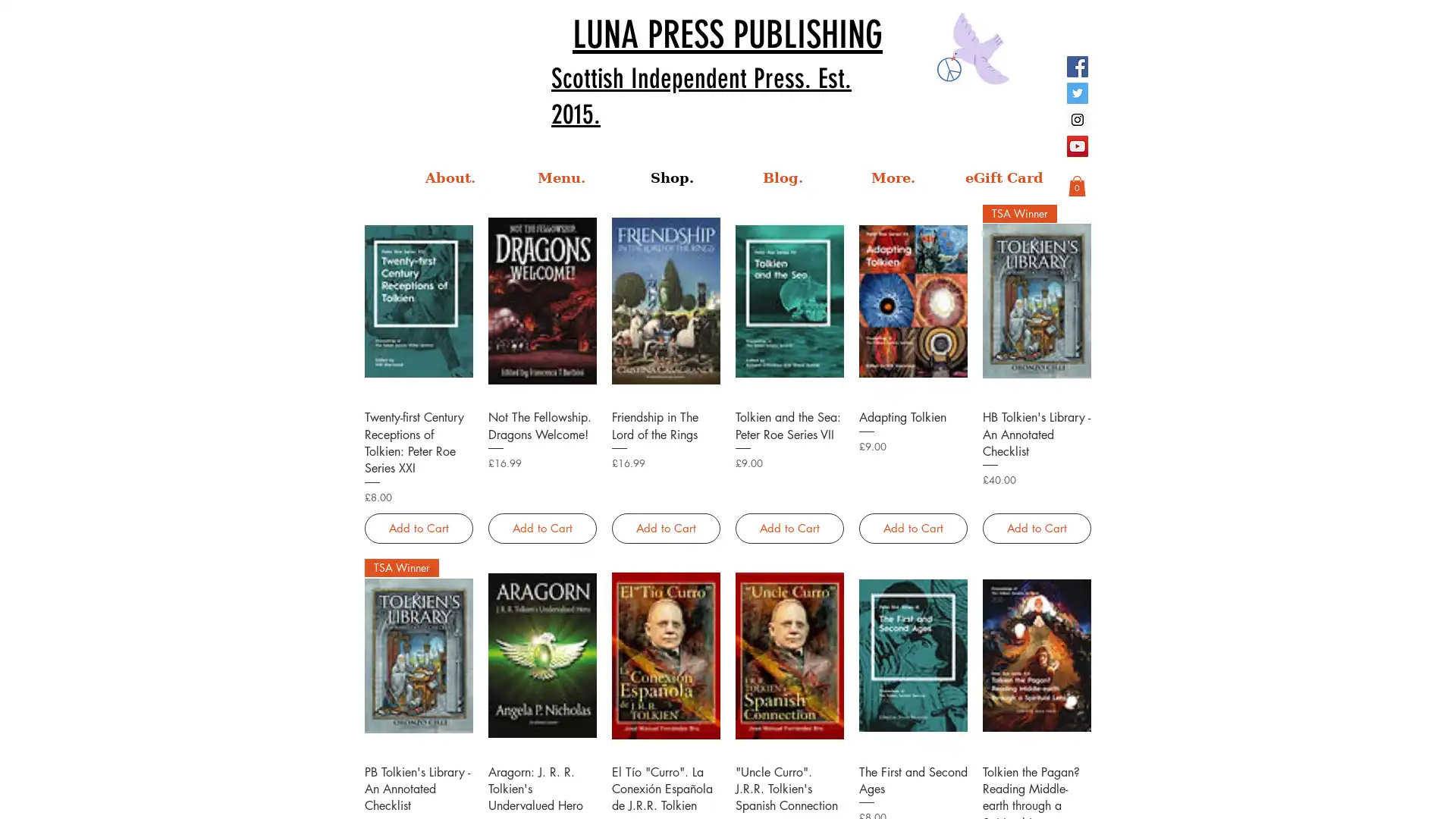  What do you see at coordinates (912, 416) in the screenshot?
I see `Quick View` at bounding box center [912, 416].